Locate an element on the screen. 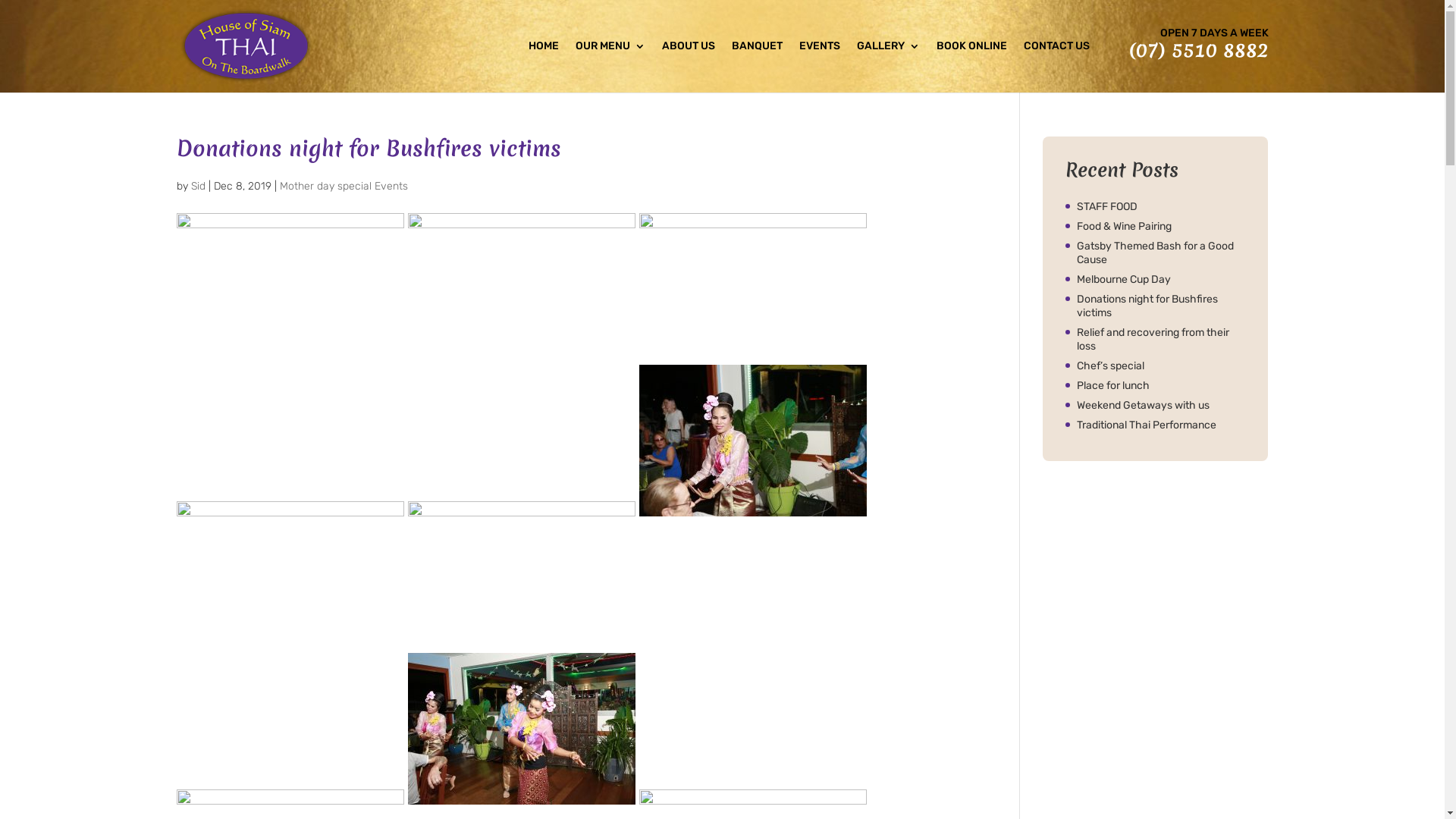  'HOME' is located at coordinates (542, 66).